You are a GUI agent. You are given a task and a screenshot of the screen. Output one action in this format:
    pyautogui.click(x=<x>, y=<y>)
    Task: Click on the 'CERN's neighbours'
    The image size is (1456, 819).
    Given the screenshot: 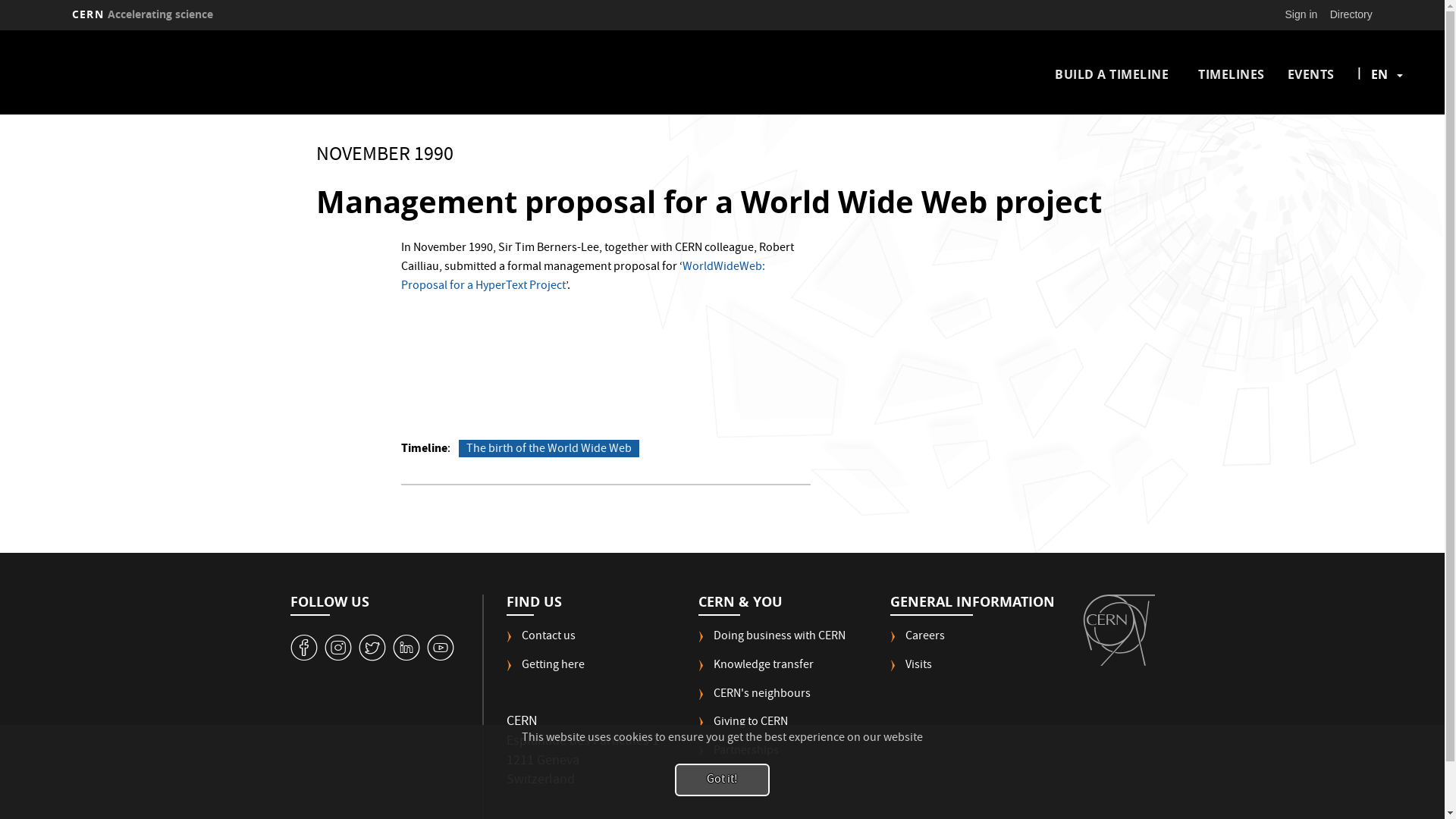 What is the action you would take?
    pyautogui.click(x=698, y=701)
    